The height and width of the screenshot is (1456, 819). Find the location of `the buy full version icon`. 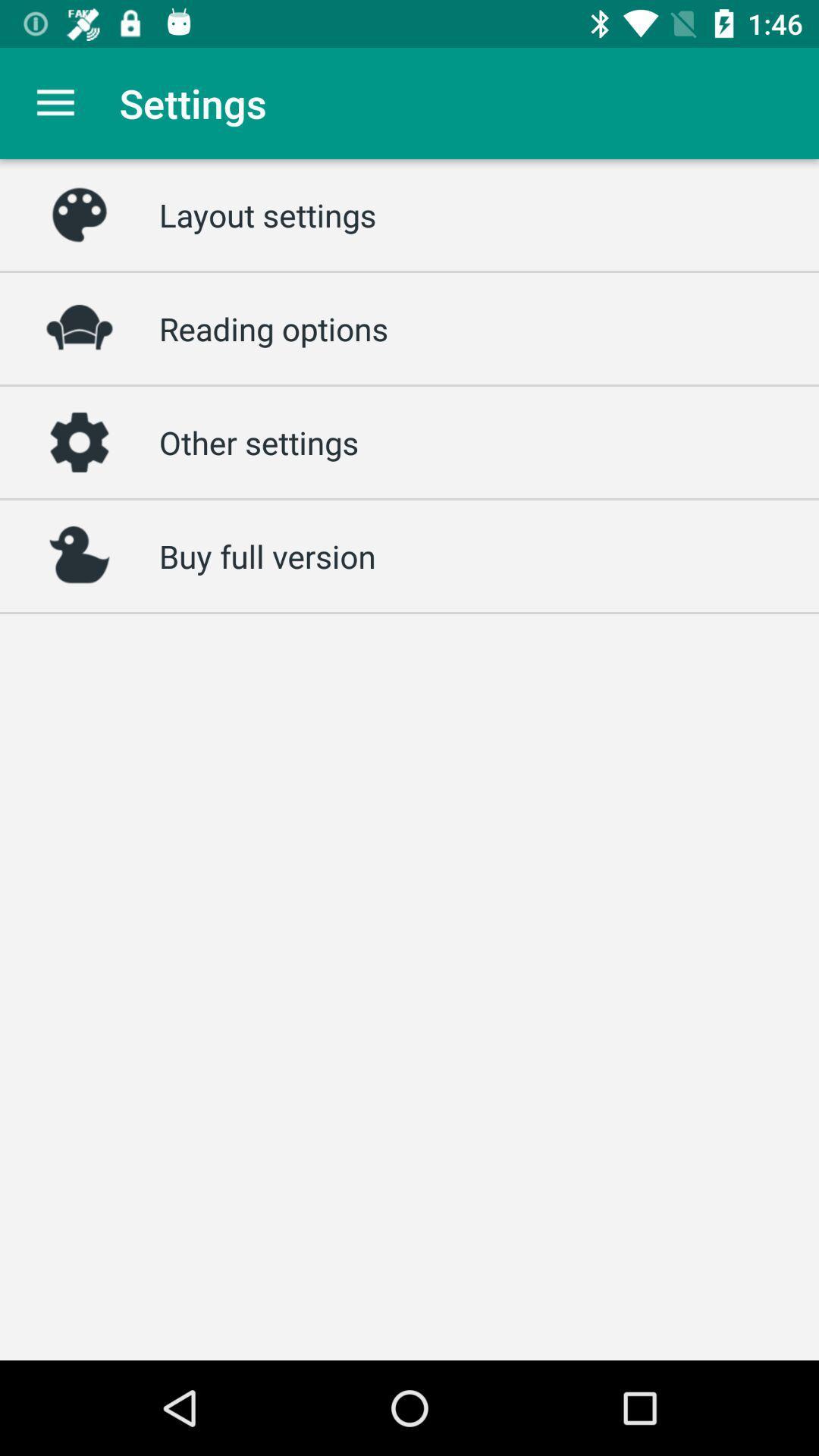

the buy full version icon is located at coordinates (266, 555).